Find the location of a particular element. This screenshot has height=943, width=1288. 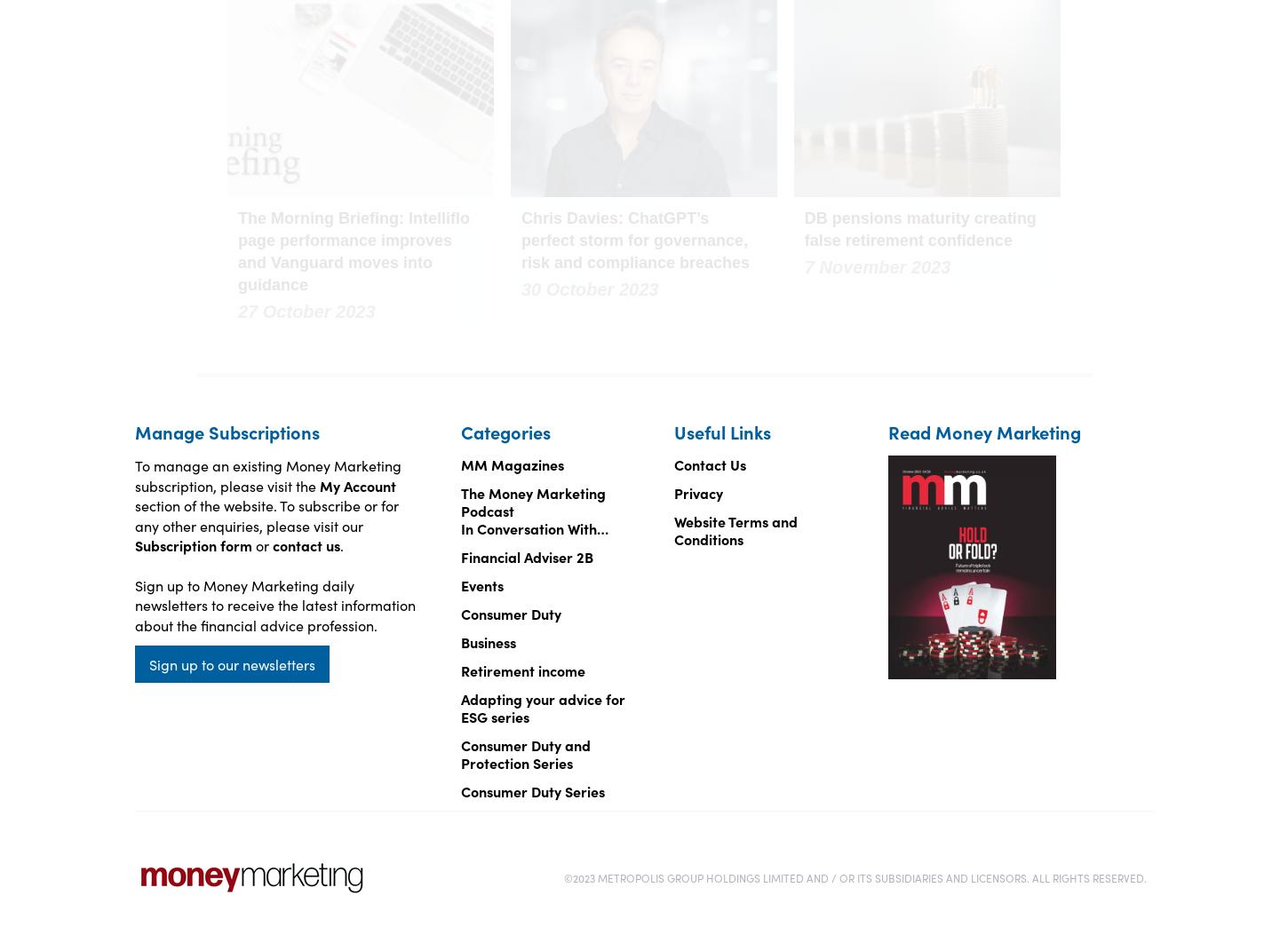

'The Morning Briefing: Intelliflo page performance improves and Vanguard moves into guidance' is located at coordinates (353, 250).